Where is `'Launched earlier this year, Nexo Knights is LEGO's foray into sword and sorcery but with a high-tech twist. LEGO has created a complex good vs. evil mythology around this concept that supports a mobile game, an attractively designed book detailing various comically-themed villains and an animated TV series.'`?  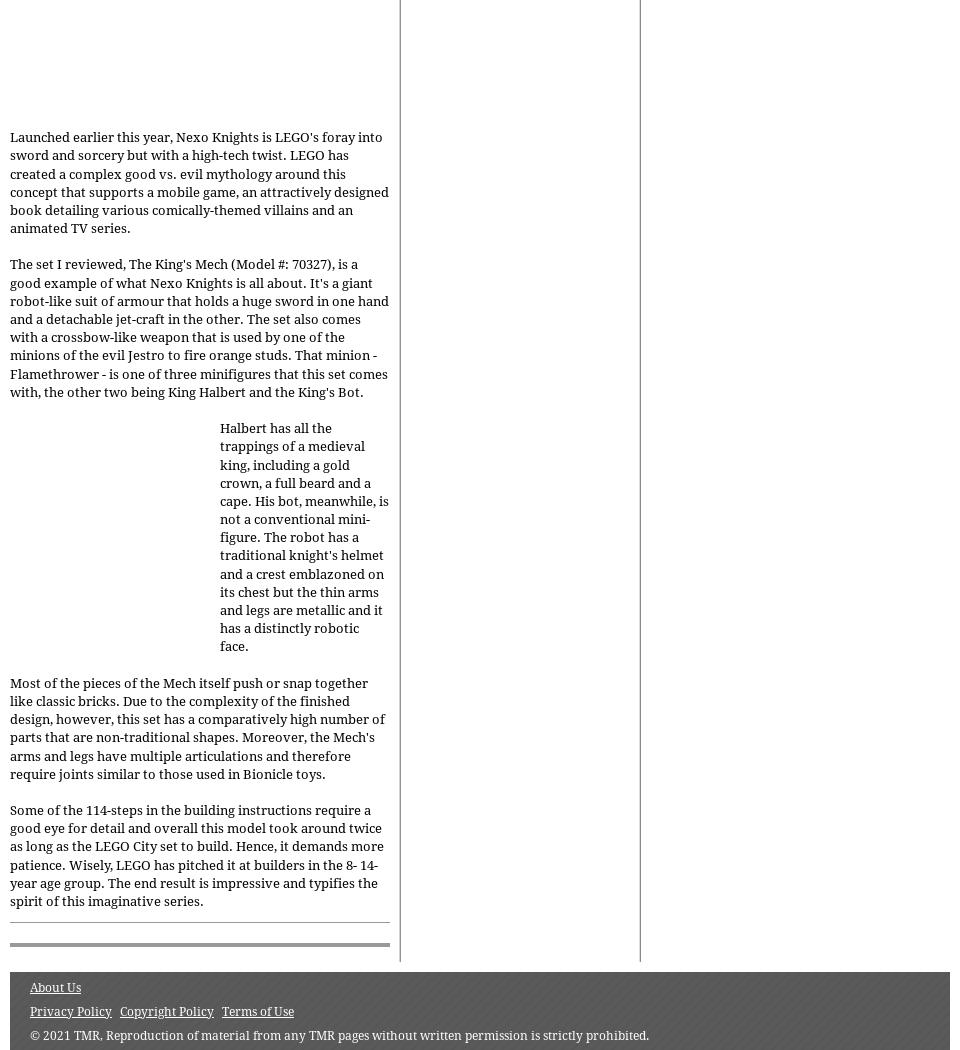 'Launched earlier this year, Nexo Knights is LEGO's foray into sword and sorcery but with a high-tech twist. LEGO has created a complex good vs. evil mythology around this concept that supports a mobile game, an attractively designed book detailing various comically-themed villains and an animated TV series.' is located at coordinates (199, 183).